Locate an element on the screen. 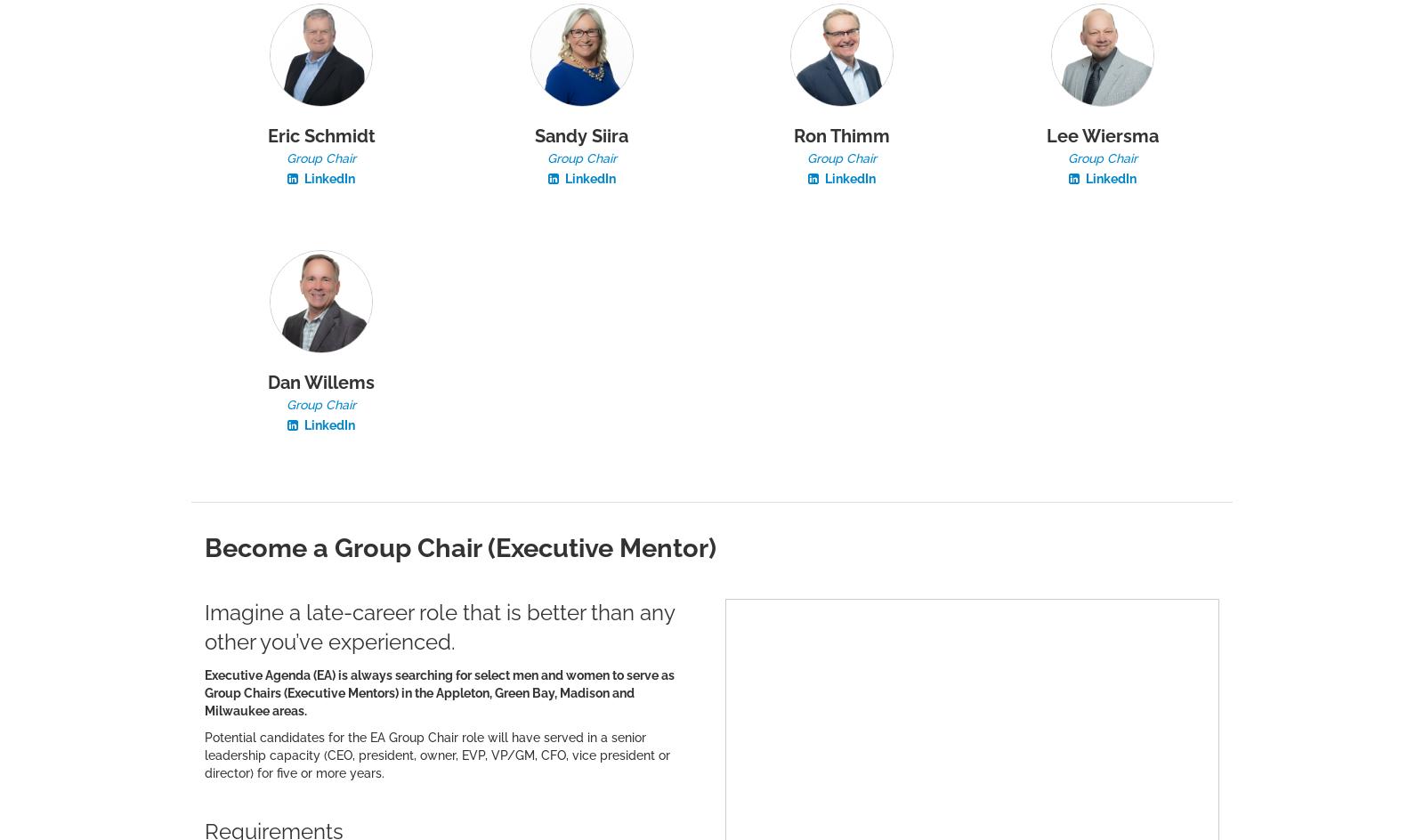 Image resolution: width=1424 pixels, height=840 pixels. 'Executive Agenda (EA) is always searching for select men and women to serve as Group Chairs (Executive Mentors) in the Appleton, Green Bay, Madison and Milwaukee areas.' is located at coordinates (438, 691).